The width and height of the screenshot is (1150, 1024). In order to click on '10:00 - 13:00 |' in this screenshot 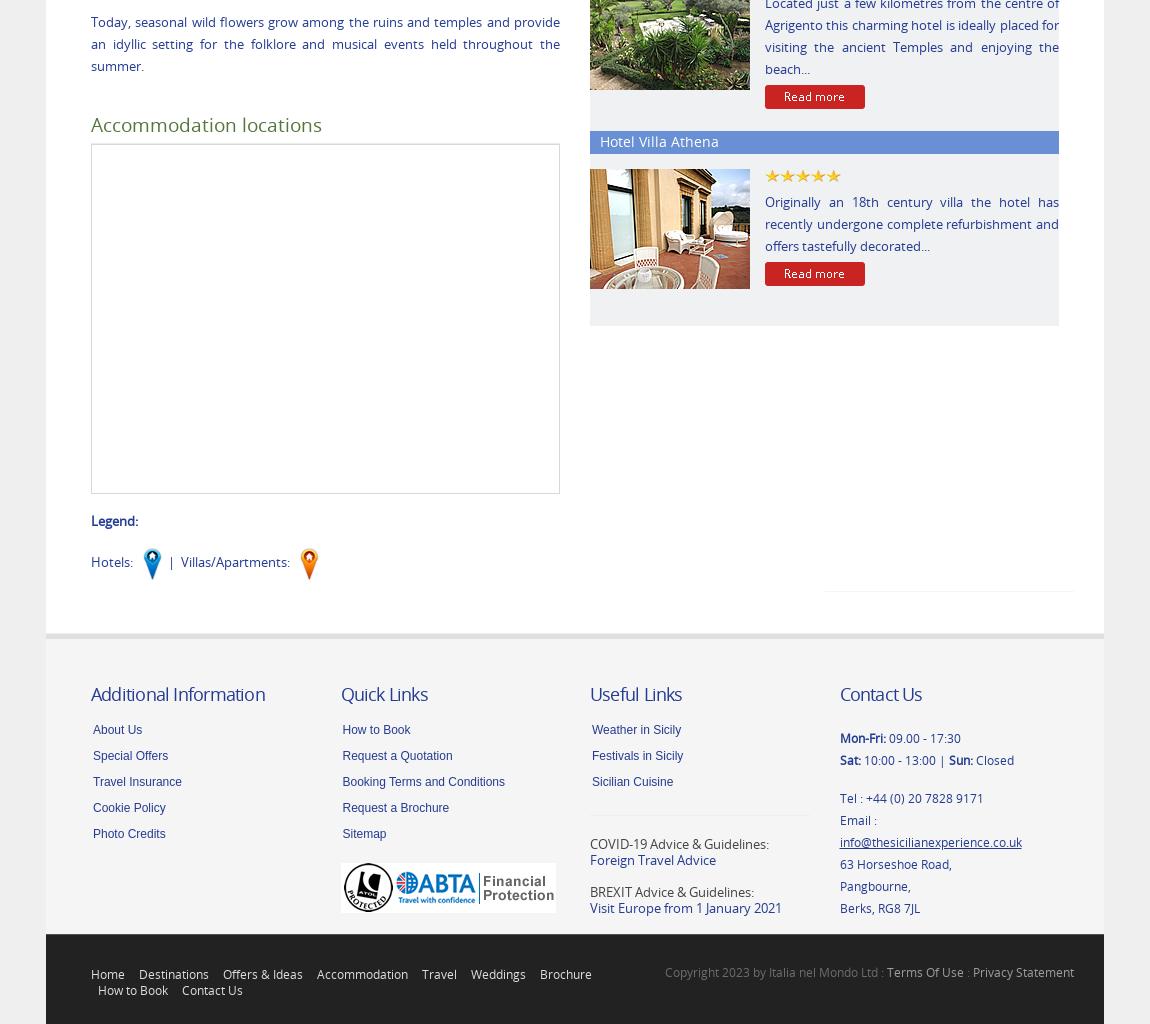, I will do `click(904, 757)`.